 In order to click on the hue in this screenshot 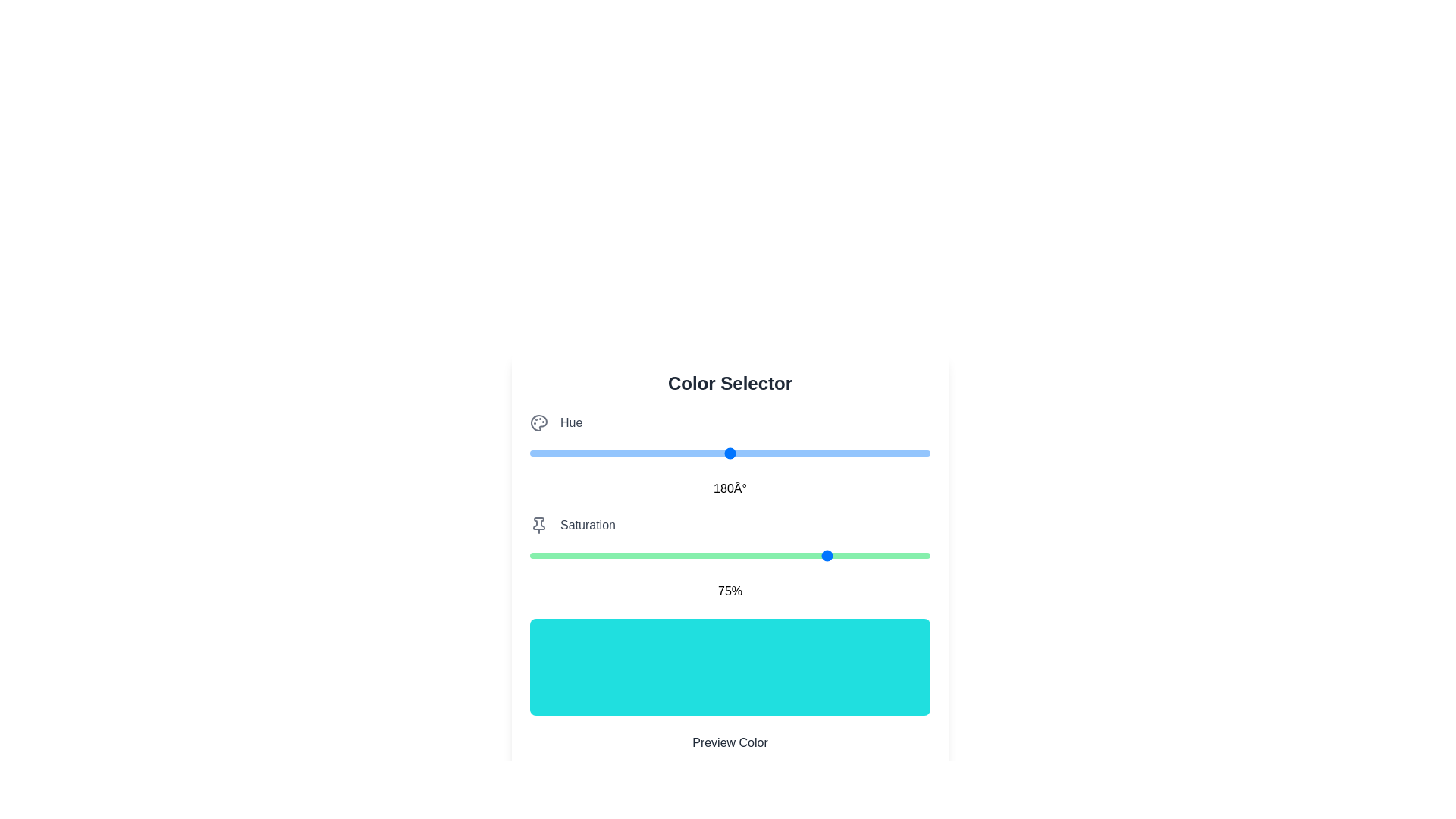, I will do `click(805, 452)`.